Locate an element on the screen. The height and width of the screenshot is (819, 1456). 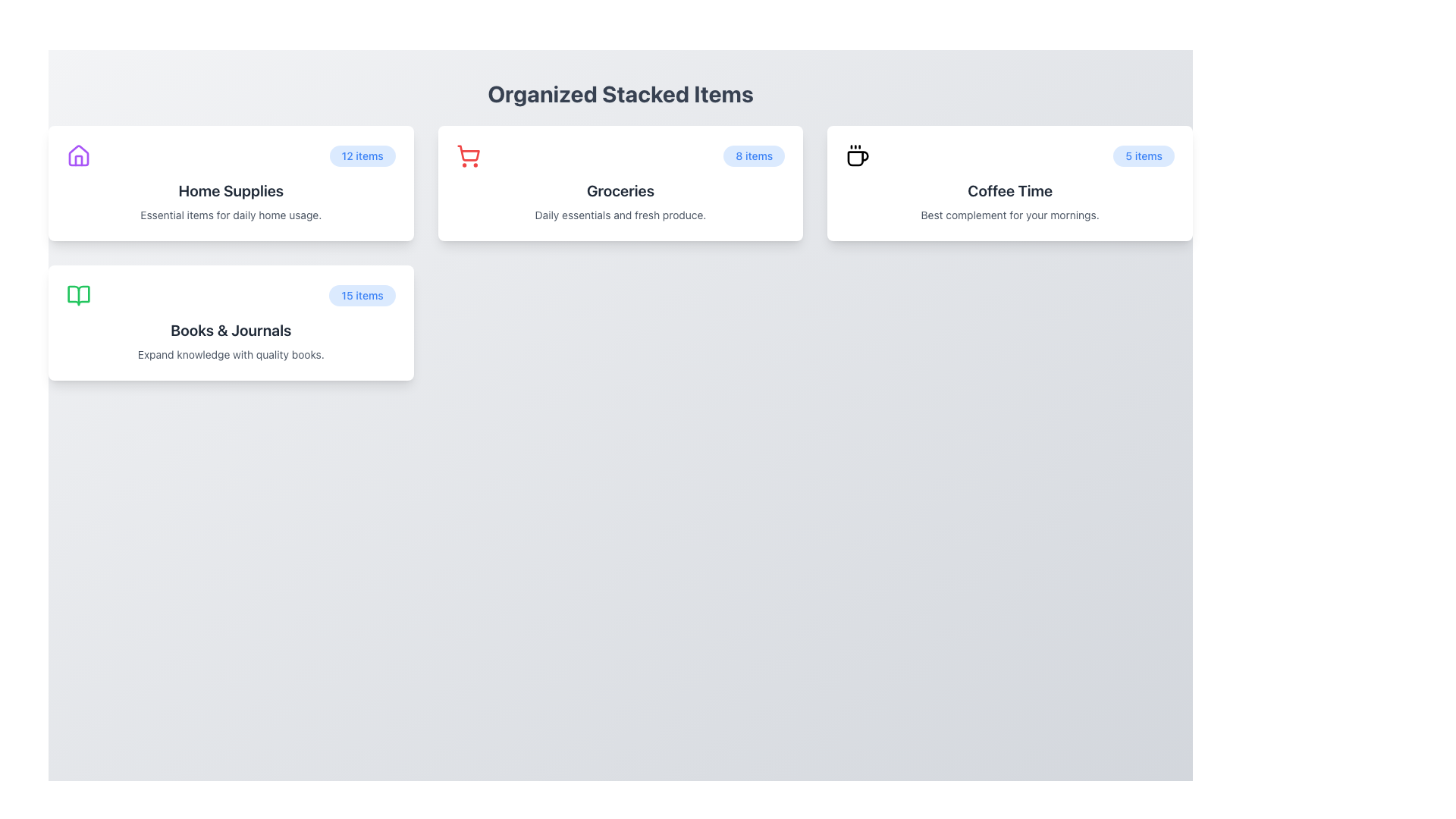
the static text label that serves as the title for the third card in the first row titled 'Books & Journals', located between the badge '15 items' and the description text 'Expand knowledge with quality books.' is located at coordinates (230, 329).